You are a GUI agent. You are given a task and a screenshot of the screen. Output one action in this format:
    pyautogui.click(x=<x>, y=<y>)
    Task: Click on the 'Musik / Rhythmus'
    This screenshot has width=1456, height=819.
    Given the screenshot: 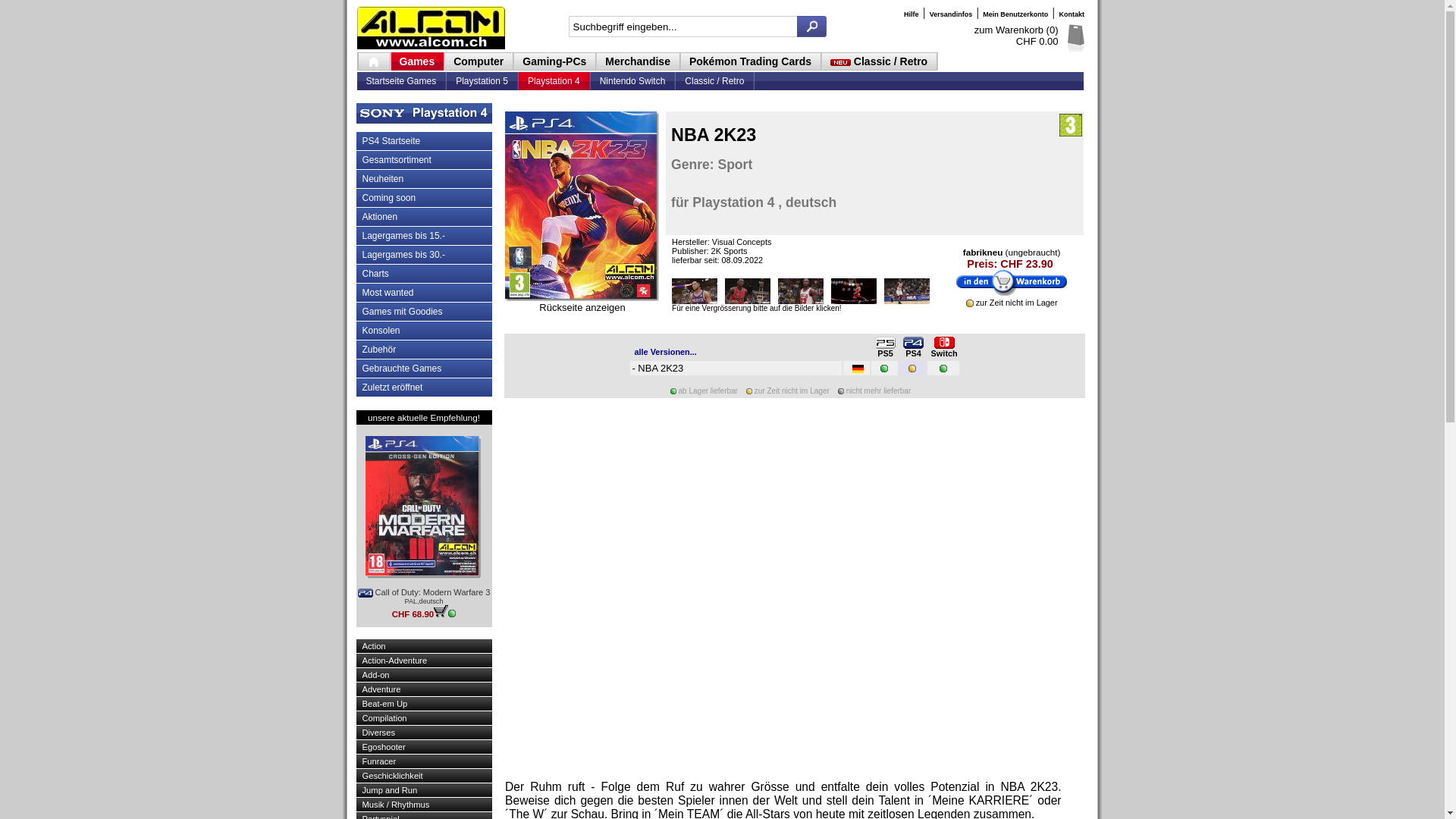 What is the action you would take?
    pyautogui.click(x=356, y=803)
    